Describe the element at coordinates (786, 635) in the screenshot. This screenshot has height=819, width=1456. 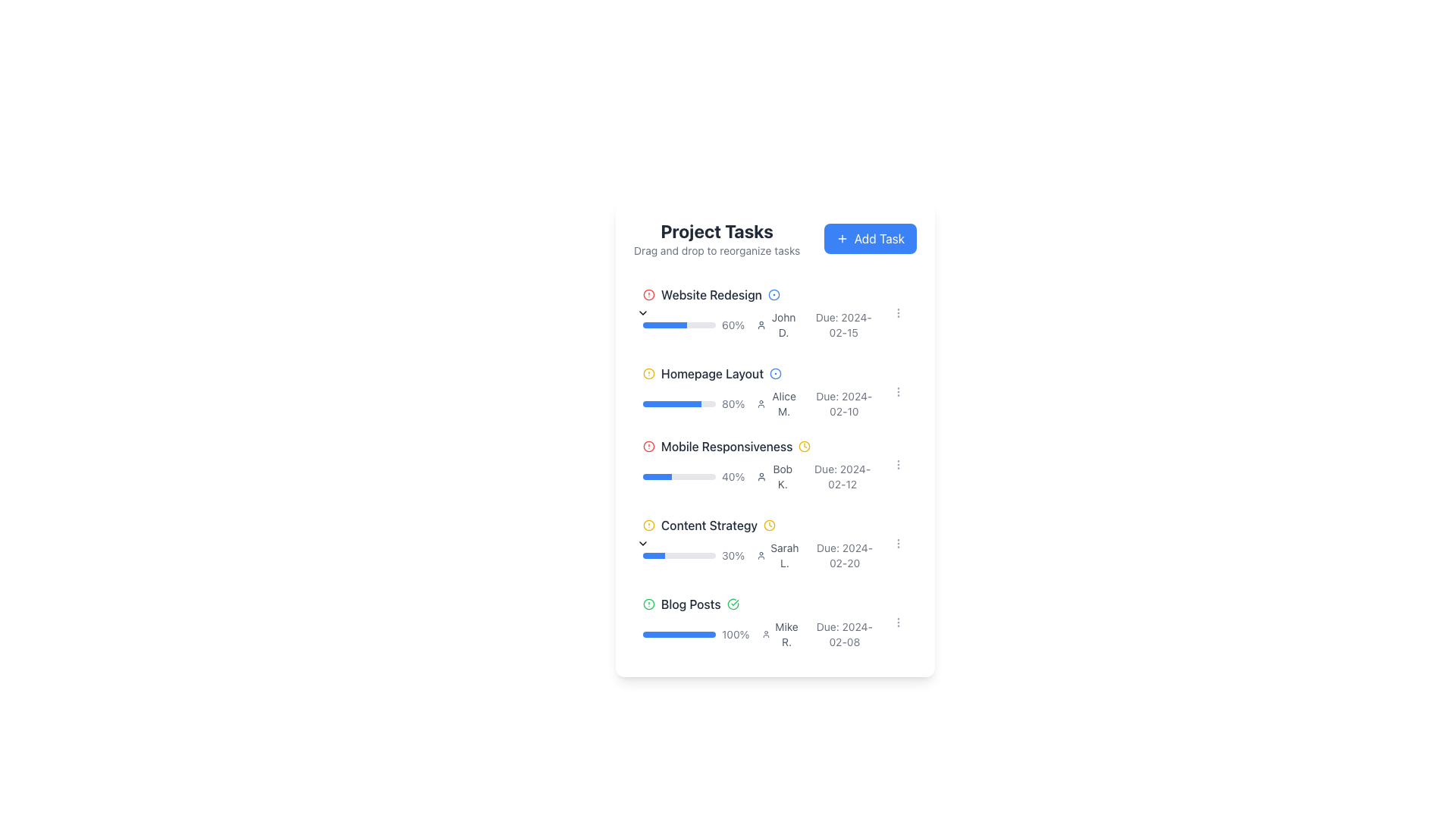
I see `the static text label displaying 'Mike R.' which is located in the 'Blog Posts' task line, positioned between the task title and the due date` at that location.